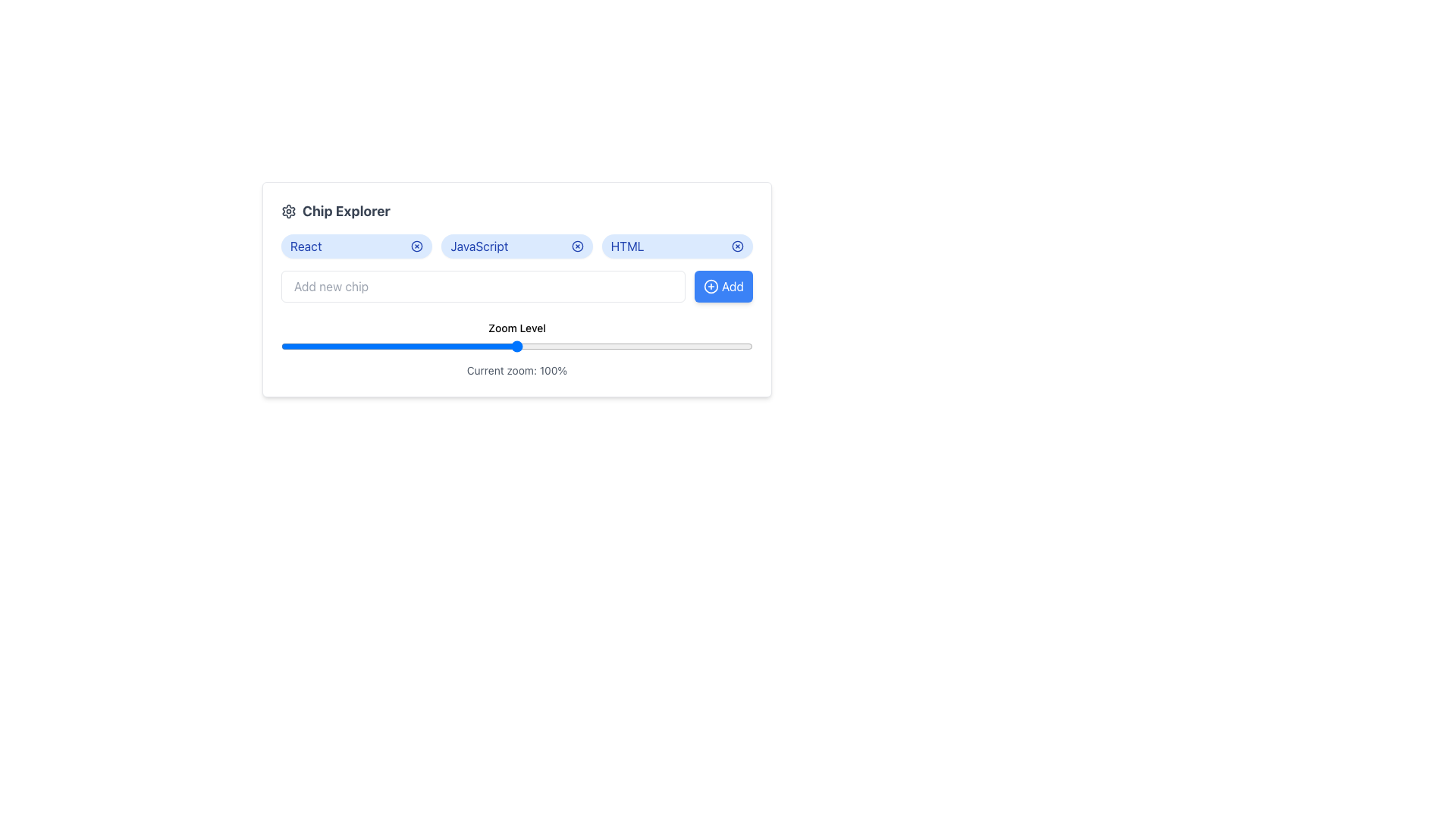  What do you see at coordinates (723, 287) in the screenshot?
I see `the button located towards the right end of the interface` at bounding box center [723, 287].